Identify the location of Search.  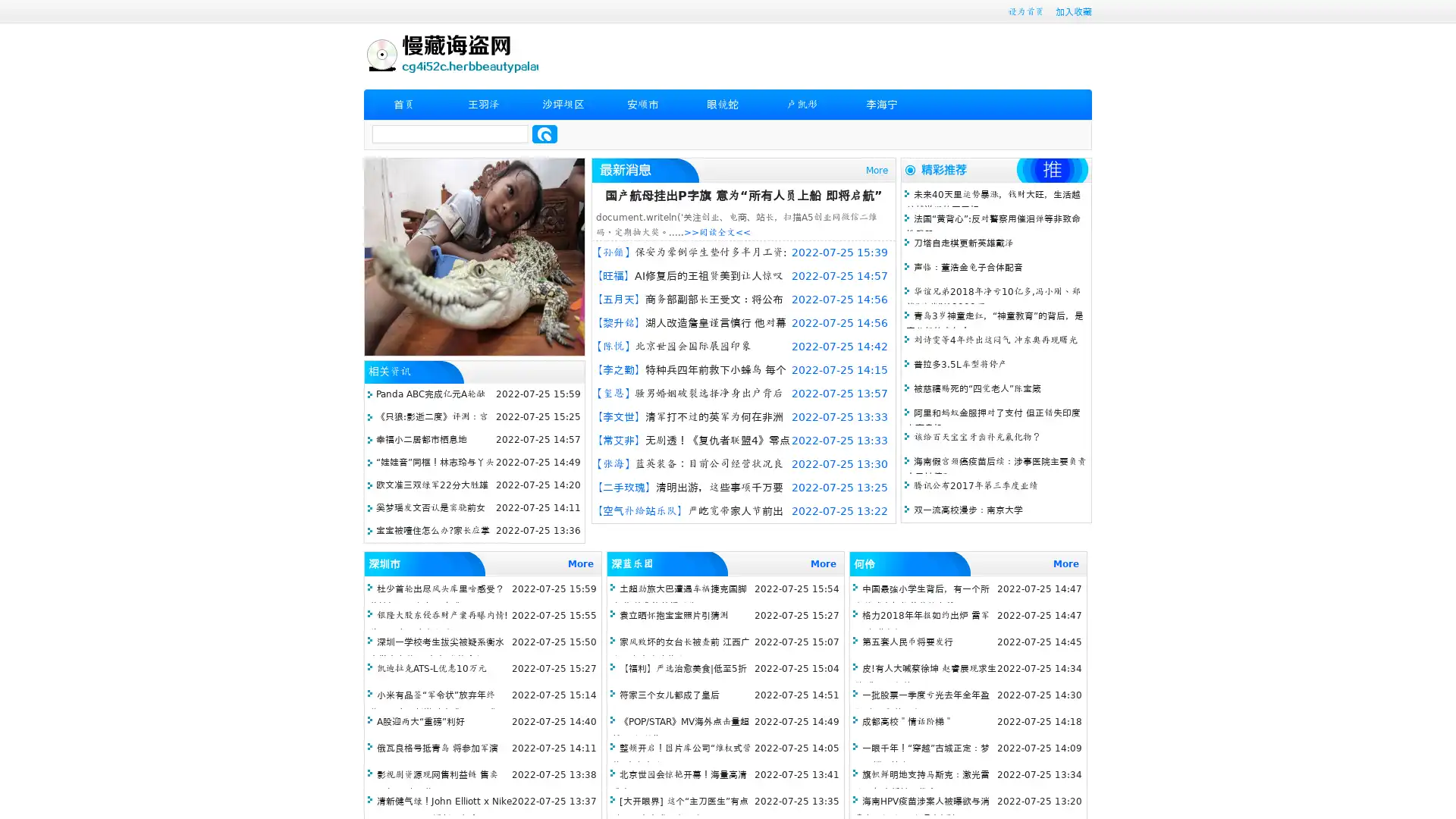
(544, 133).